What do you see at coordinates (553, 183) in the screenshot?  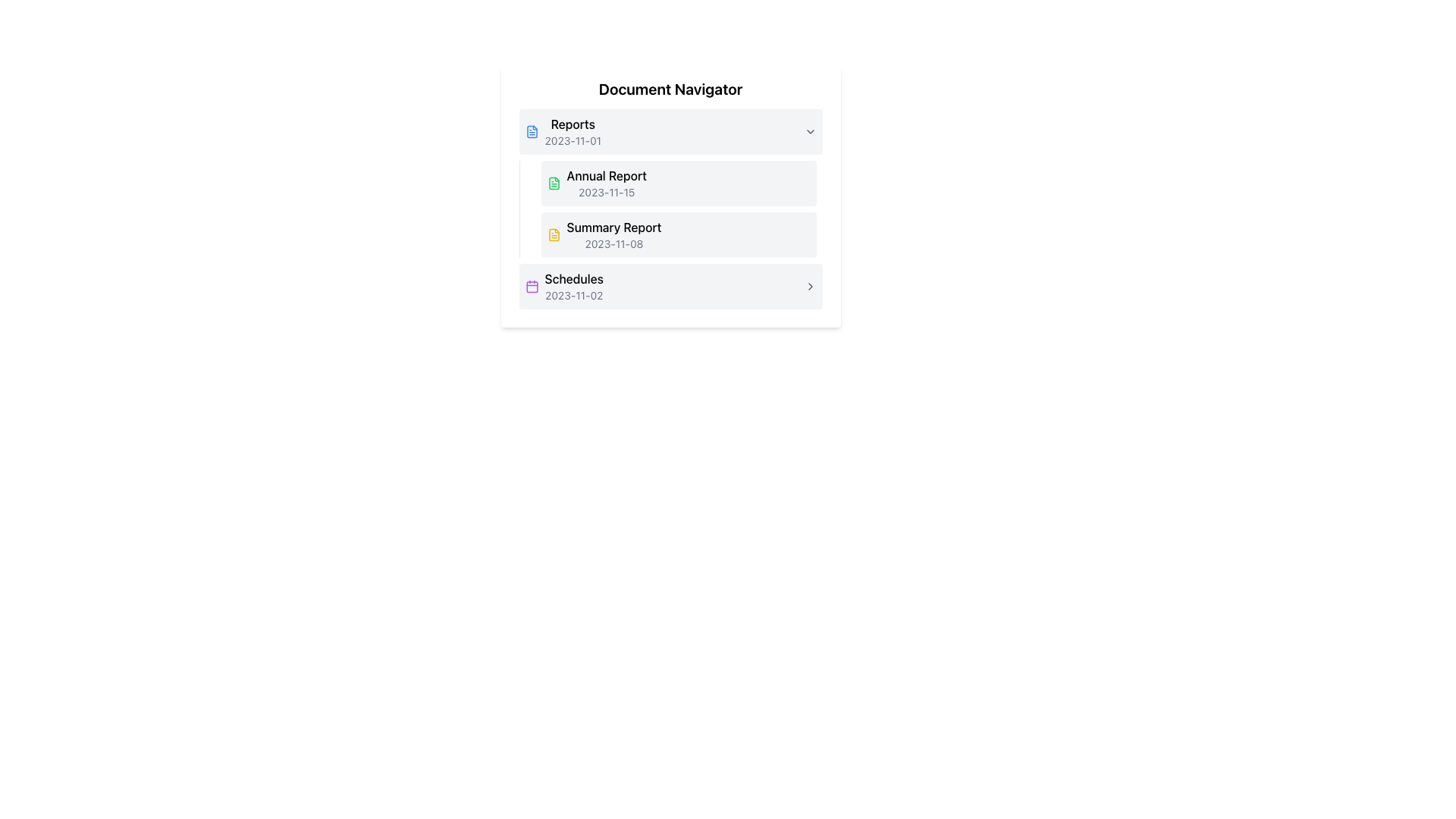 I see `the green file icon representing the 'Annual Report', located to the left of the text 'Annual Report'` at bounding box center [553, 183].